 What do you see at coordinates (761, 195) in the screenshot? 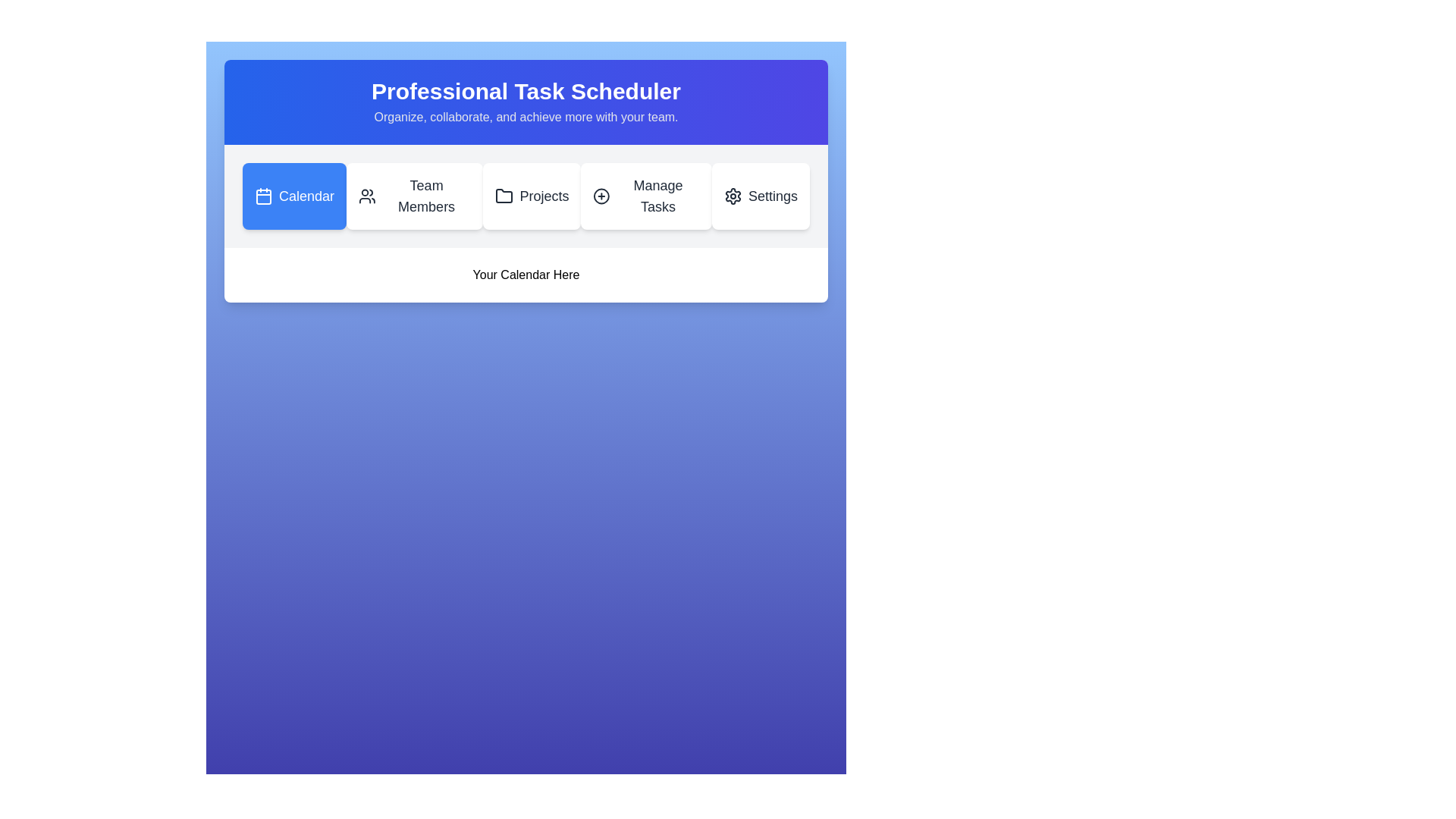
I see `the 'Settings' button with a gear icon` at bounding box center [761, 195].